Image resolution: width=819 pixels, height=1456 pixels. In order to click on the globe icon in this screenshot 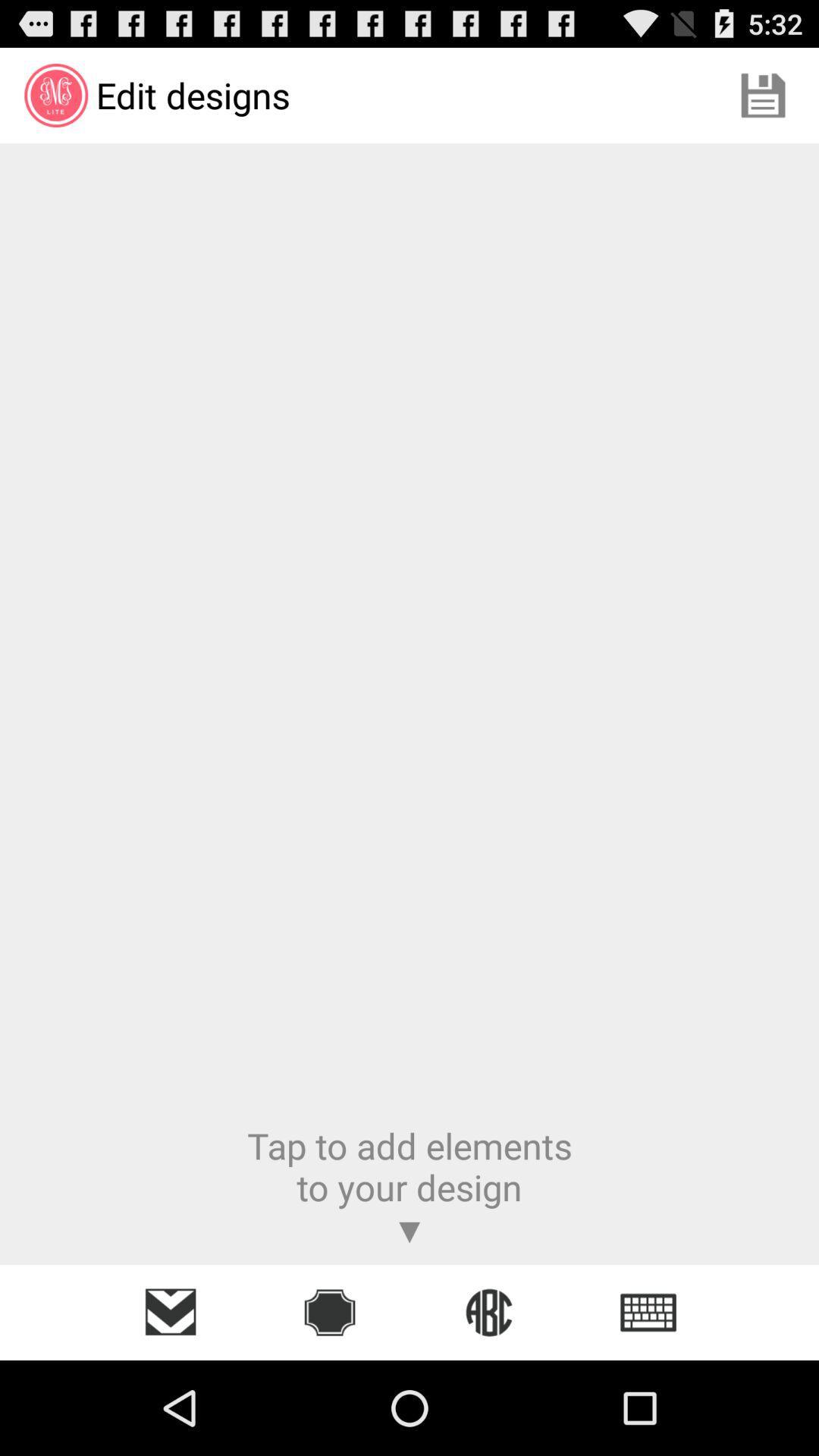, I will do `click(488, 1312)`.